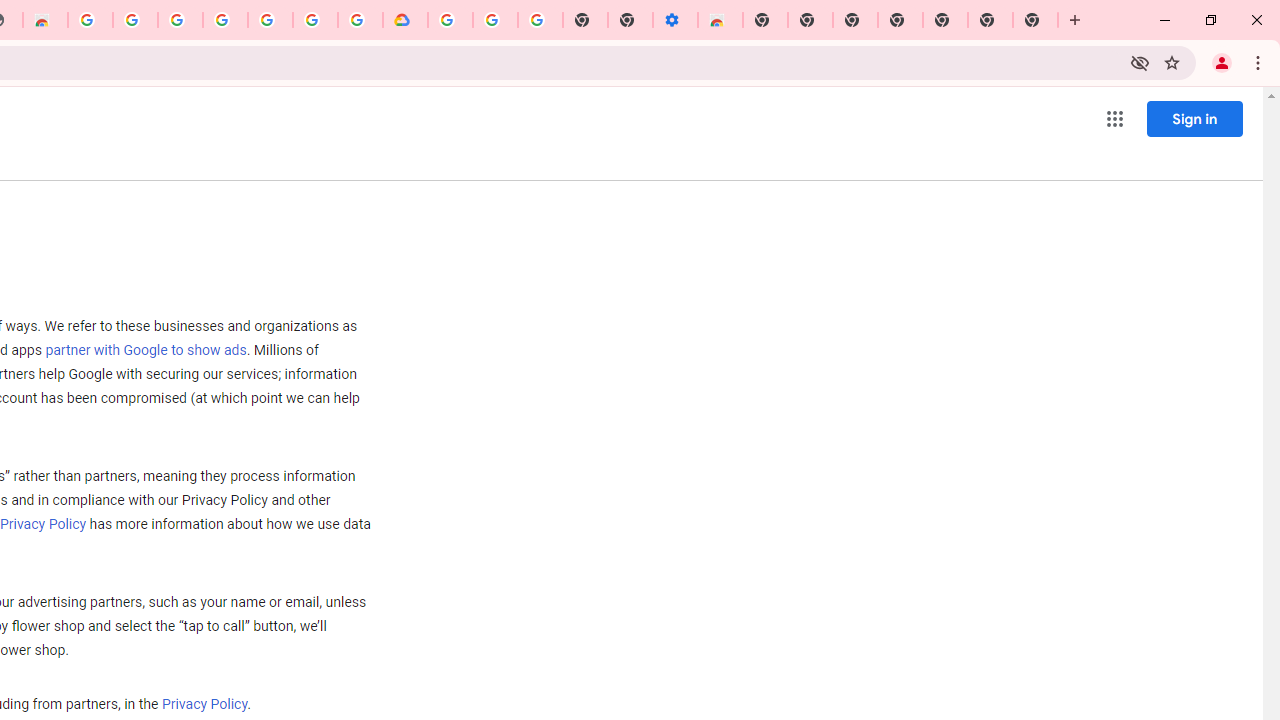 Image resolution: width=1280 pixels, height=720 pixels. I want to click on 'New Tab', so click(1035, 20).